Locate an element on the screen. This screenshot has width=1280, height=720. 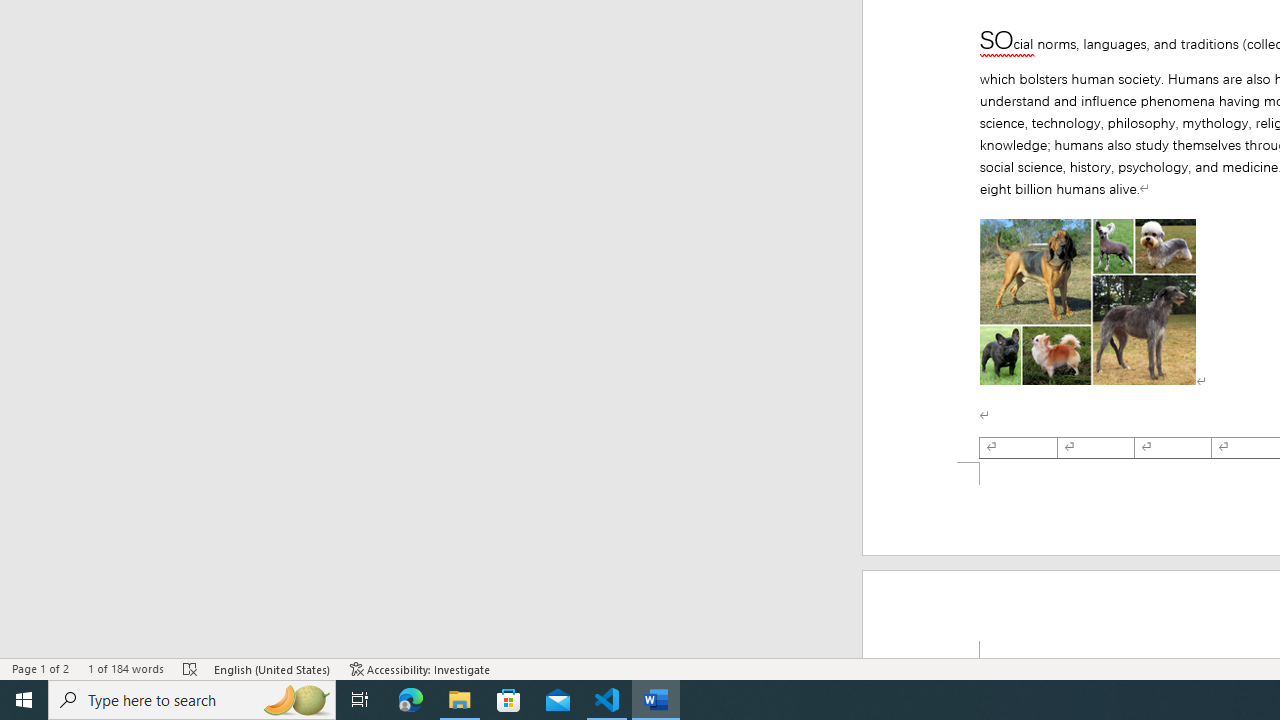
'Language English (United States)' is located at coordinates (272, 669).